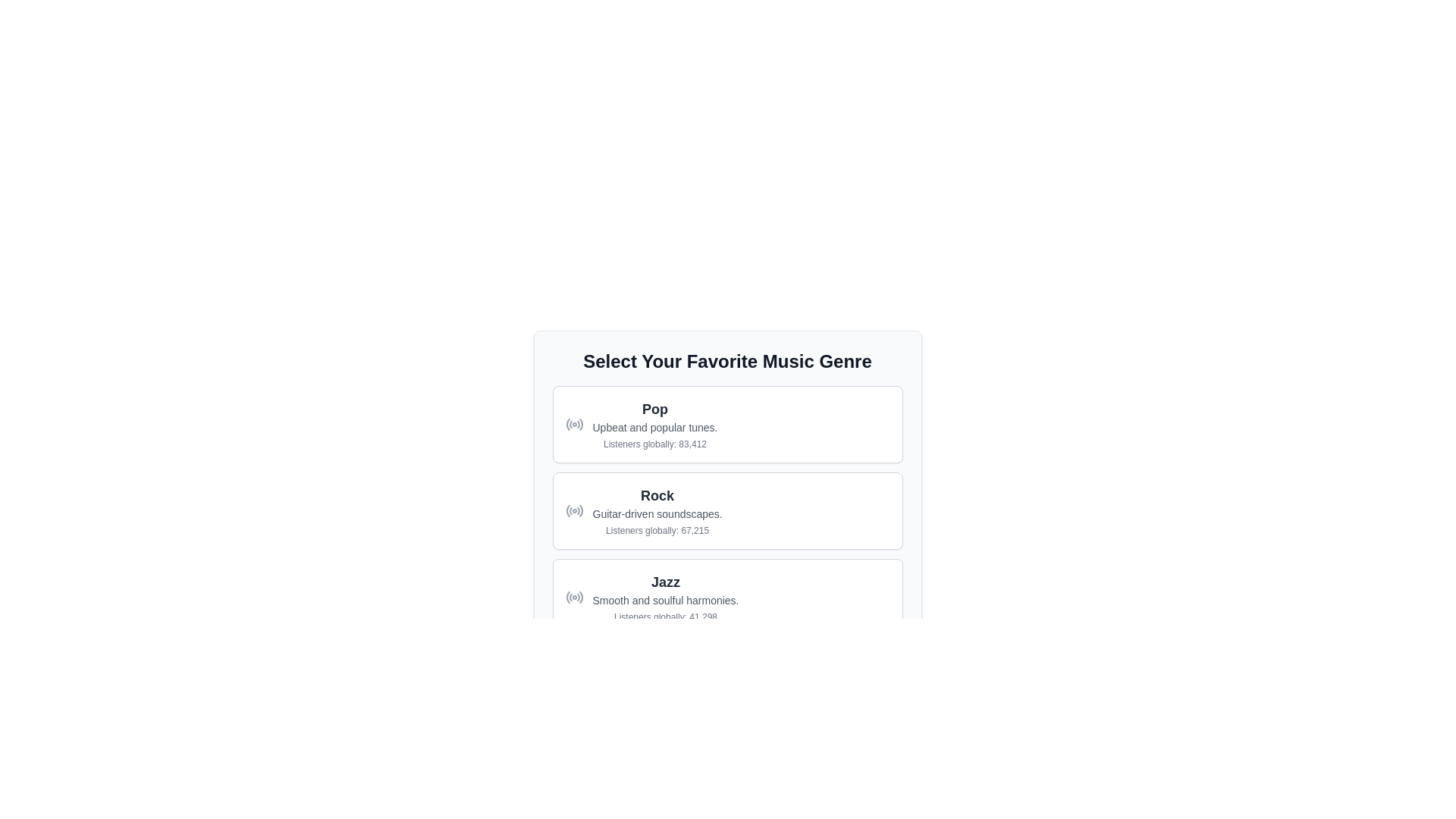  I want to click on the first segment of the radio wave icon, which is styled with a thin outline and is part of a series of concentric arcs, located to the left of the 'Jazz' text label in the 'Select Your Favorite Music Genre' list, so click(566, 596).